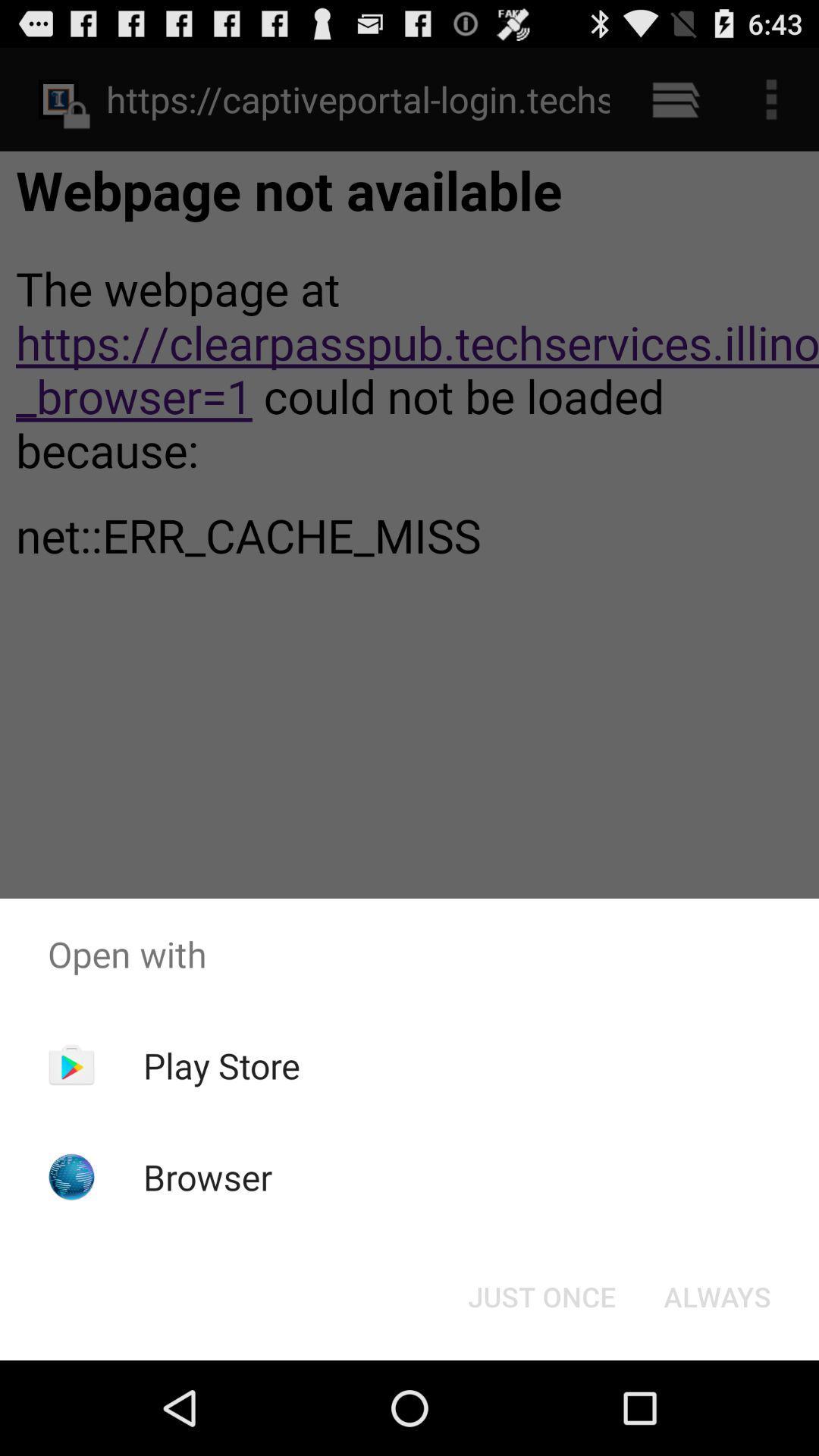 This screenshot has width=819, height=1456. Describe the element at coordinates (717, 1295) in the screenshot. I see `the always` at that location.